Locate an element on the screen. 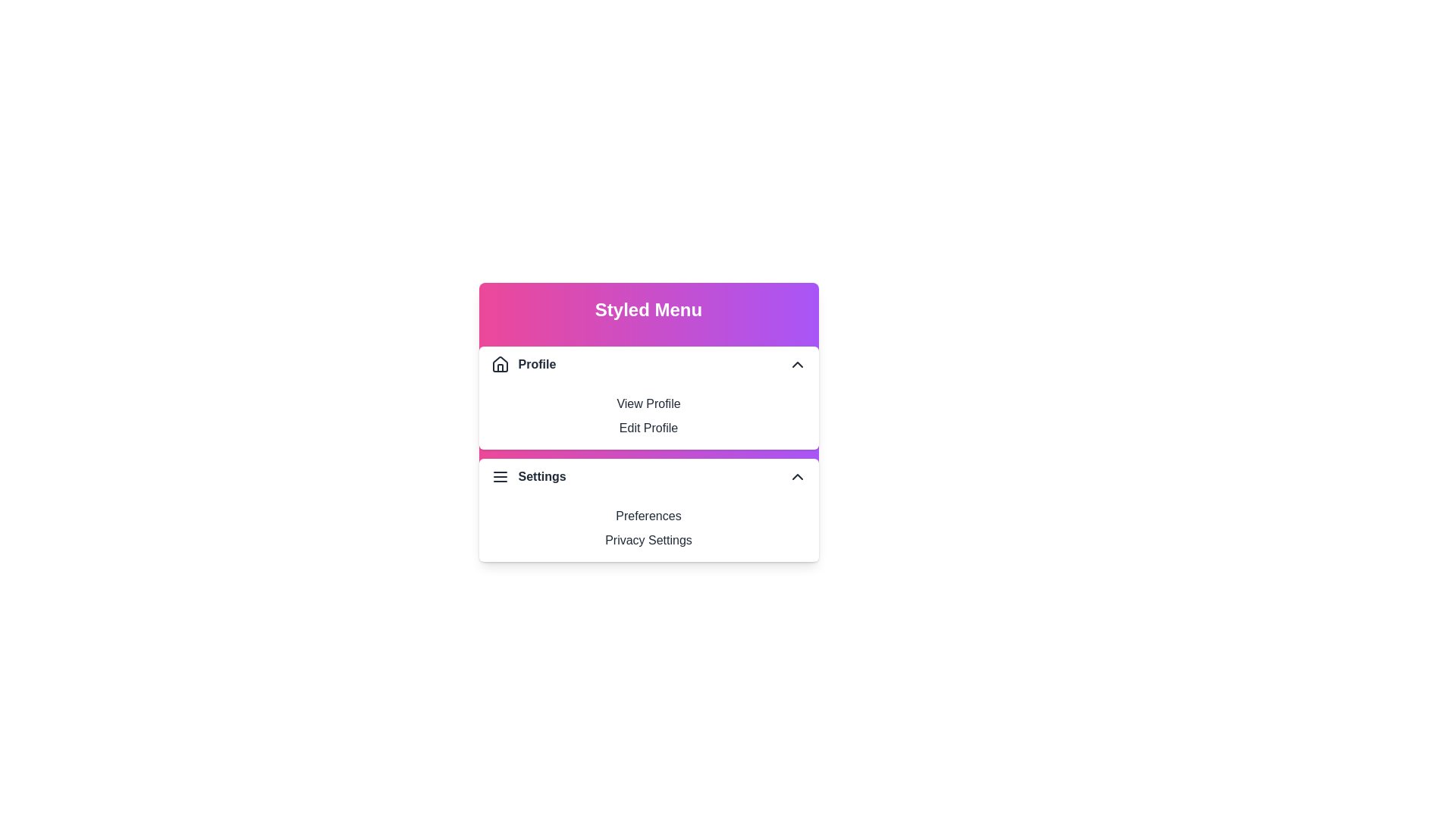  the menu option View Profile from the StyledMenu is located at coordinates (648, 403).